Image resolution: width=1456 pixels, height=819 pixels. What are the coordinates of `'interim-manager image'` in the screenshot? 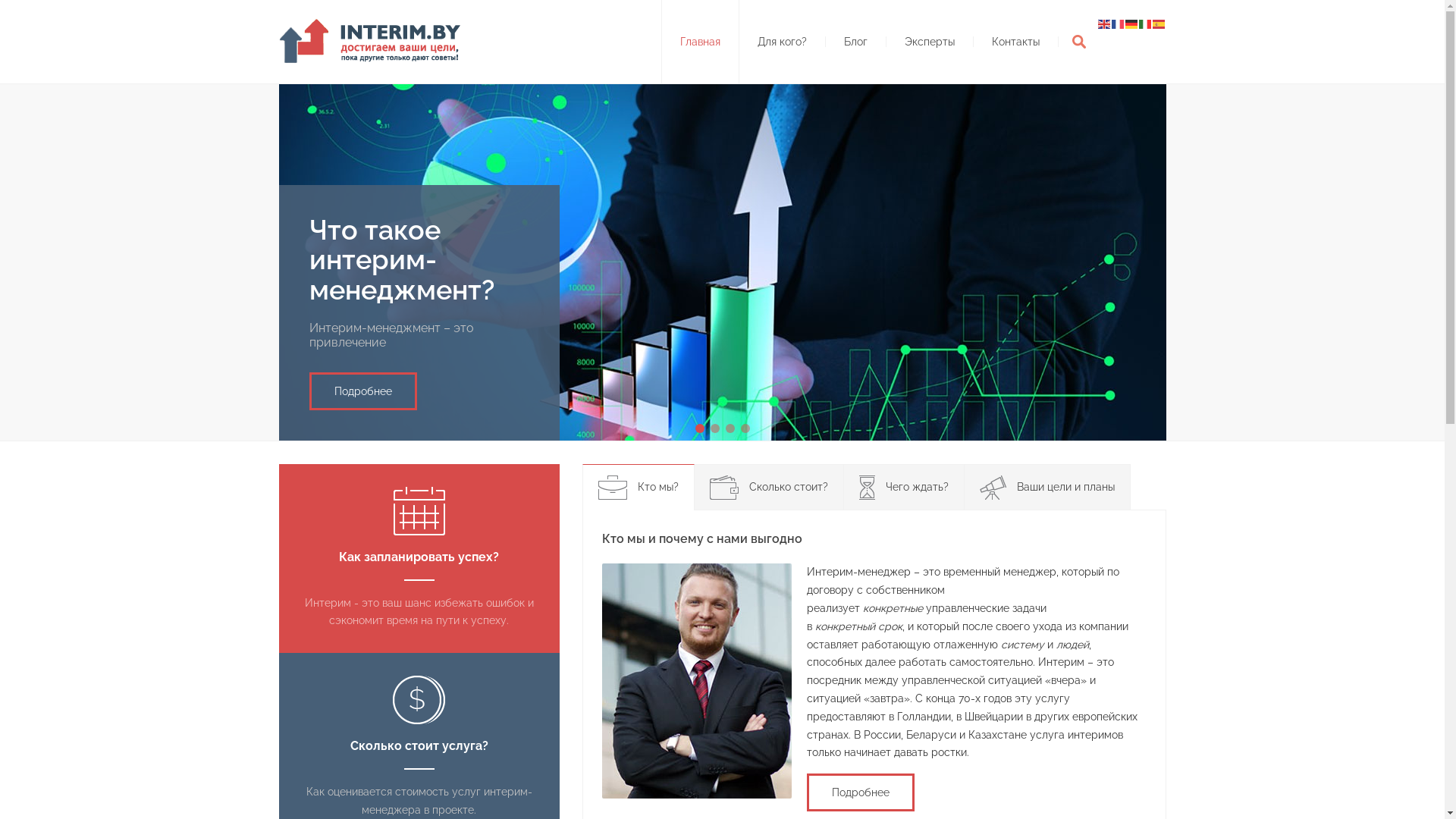 It's located at (695, 680).